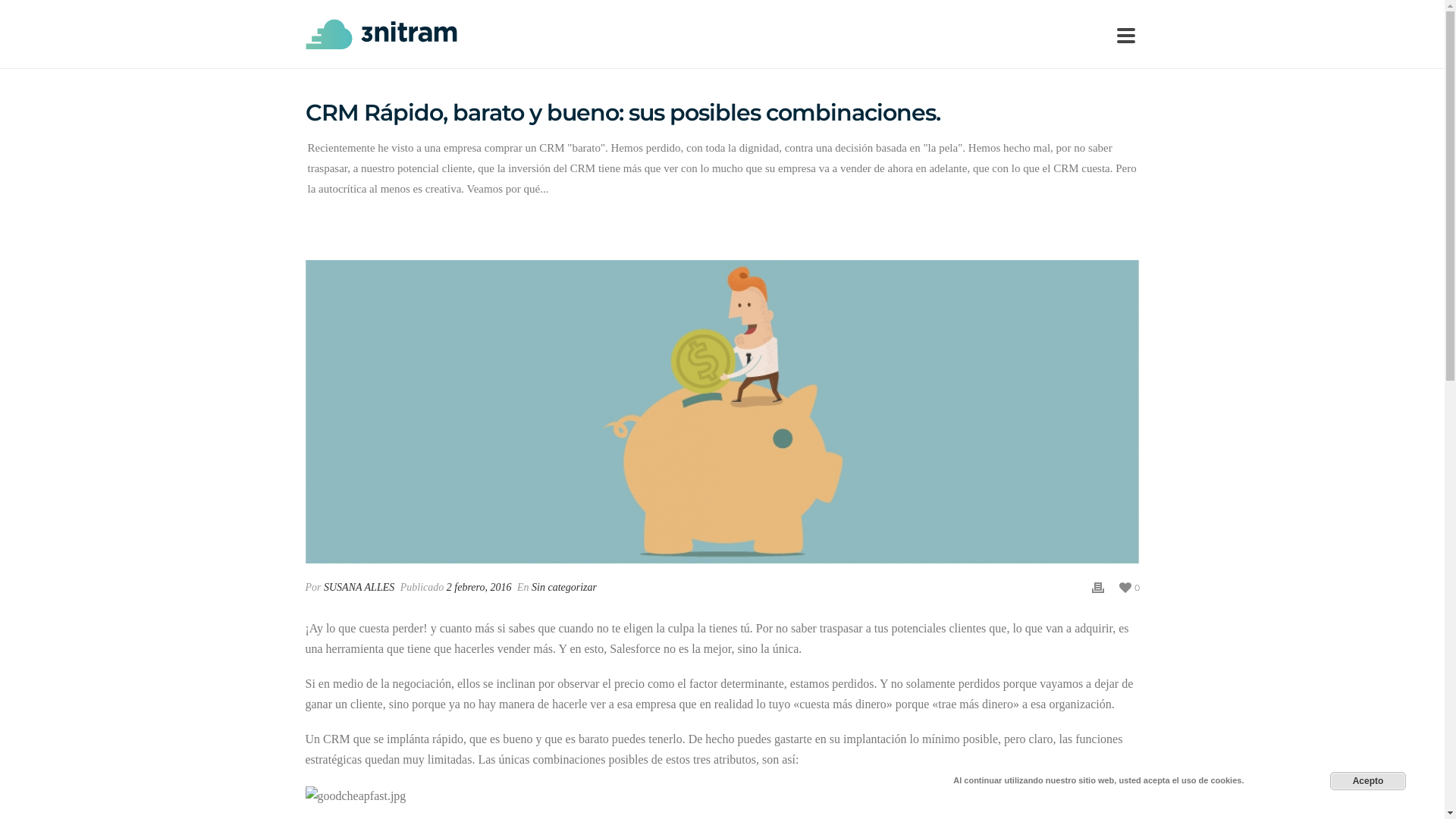  Describe the element at coordinates (1098, 586) in the screenshot. I see `'Print'` at that location.